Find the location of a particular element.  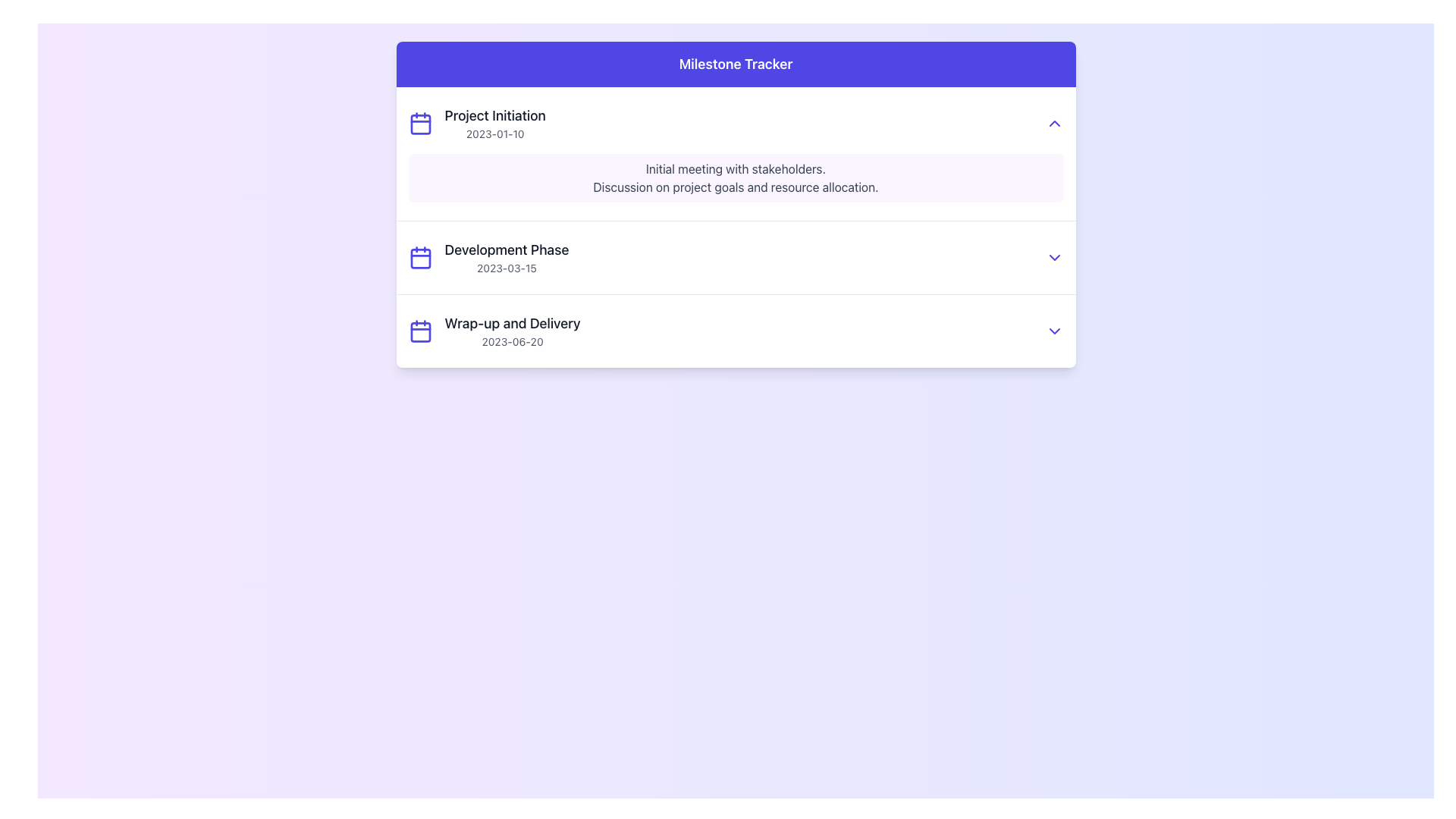

the title element '2023-01-10' in the Milestone Tracker section, which serves as a heading for a project milestone entry is located at coordinates (495, 115).